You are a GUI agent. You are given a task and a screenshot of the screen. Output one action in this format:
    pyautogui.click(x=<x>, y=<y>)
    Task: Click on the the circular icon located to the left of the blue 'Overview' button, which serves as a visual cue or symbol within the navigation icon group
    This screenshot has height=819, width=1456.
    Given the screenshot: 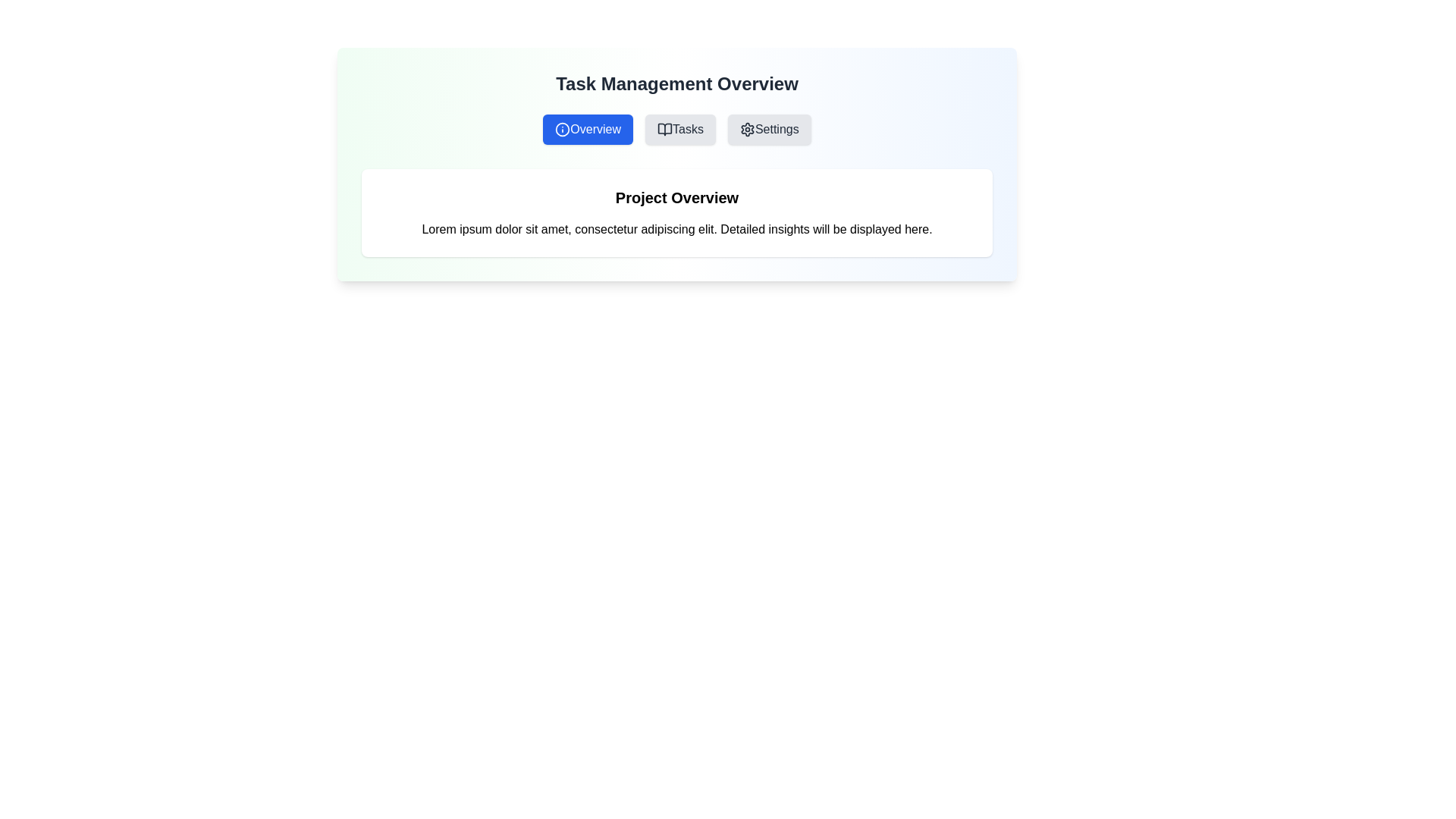 What is the action you would take?
    pyautogui.click(x=562, y=128)
    